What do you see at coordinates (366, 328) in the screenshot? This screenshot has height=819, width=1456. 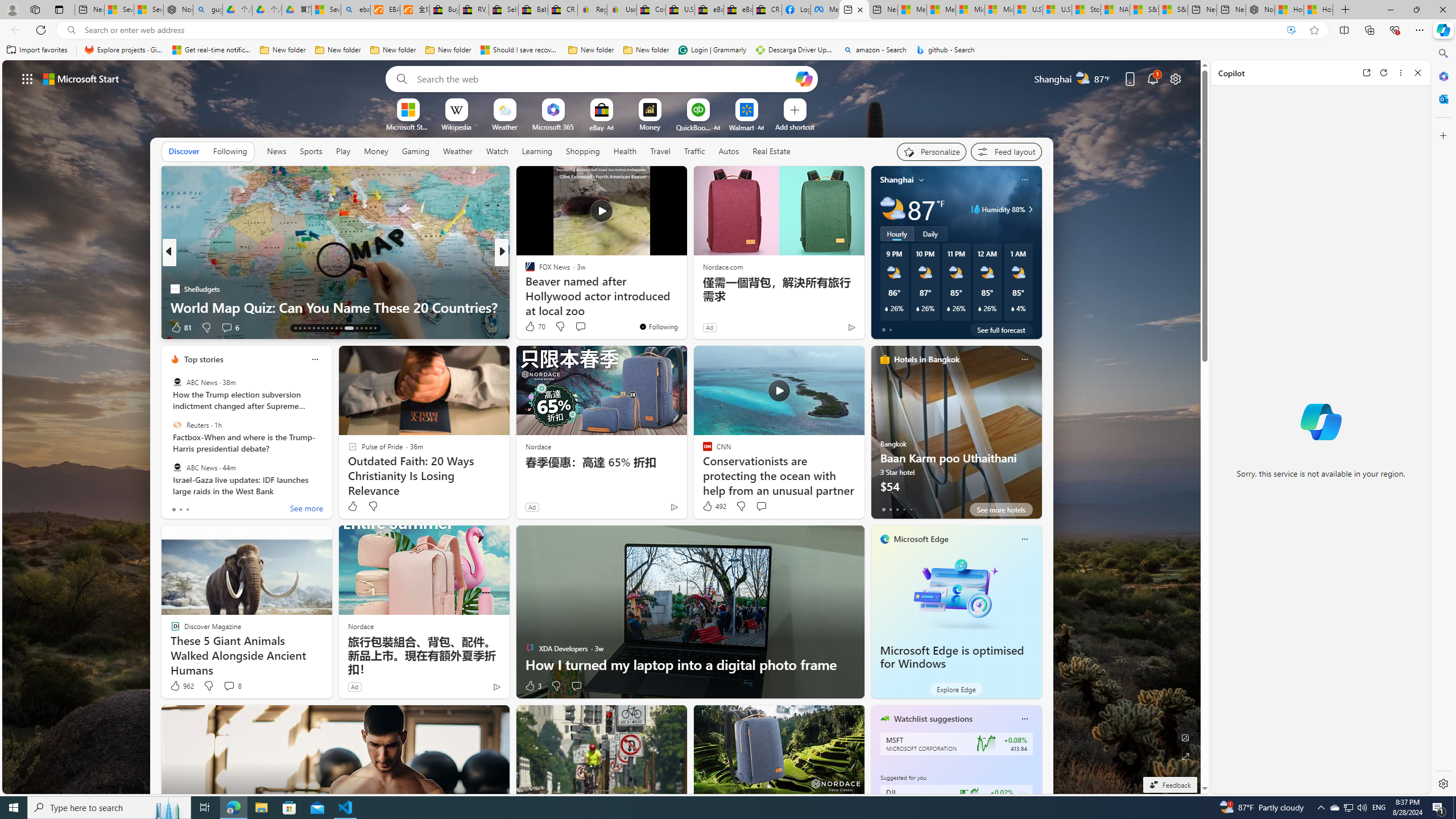 I see `'AutomationID: tab-33'` at bounding box center [366, 328].